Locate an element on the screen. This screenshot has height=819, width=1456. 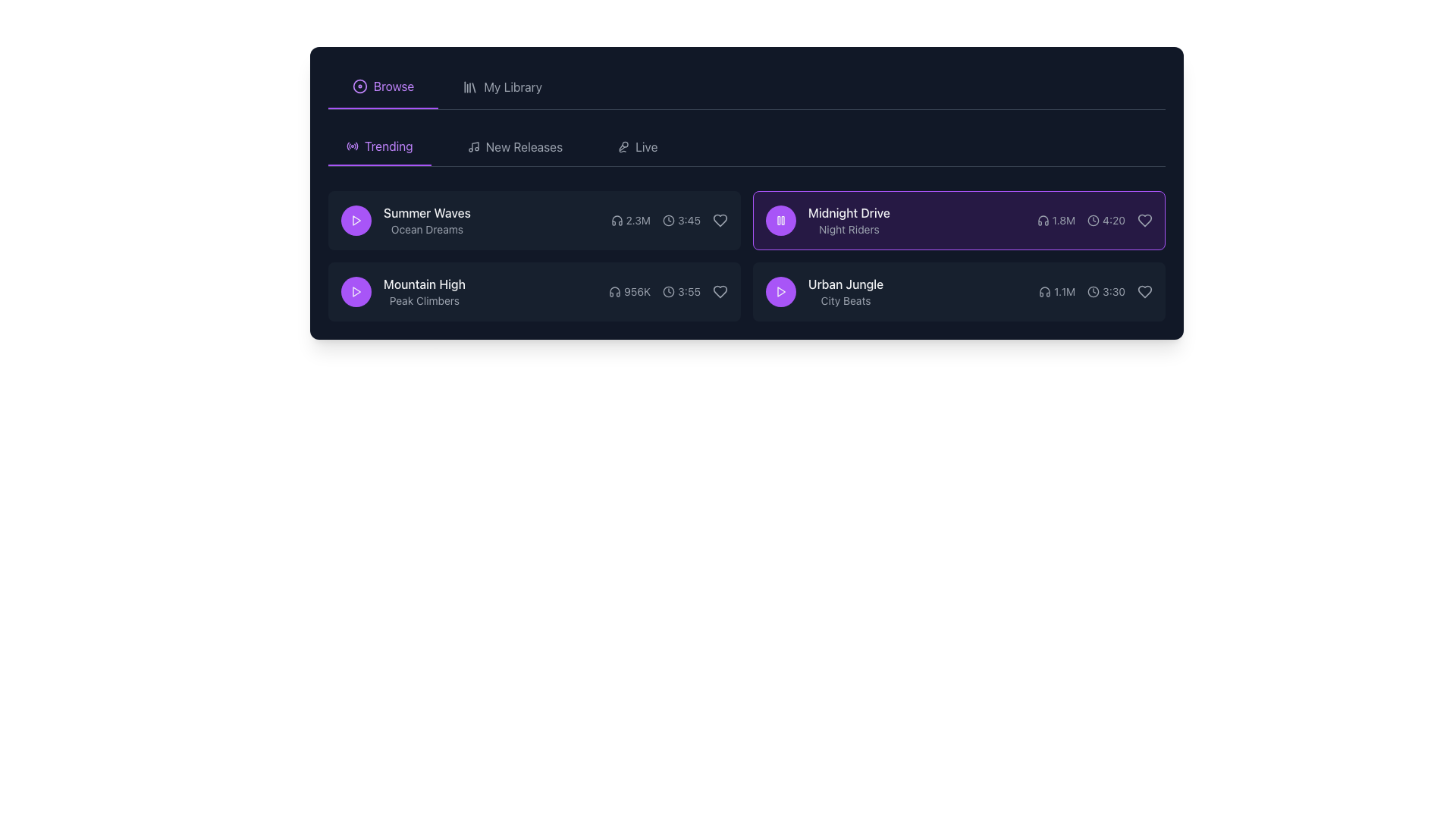
the heart icon button element for the item 'Mountain High' by 'Peak Climbers' is located at coordinates (720, 292).